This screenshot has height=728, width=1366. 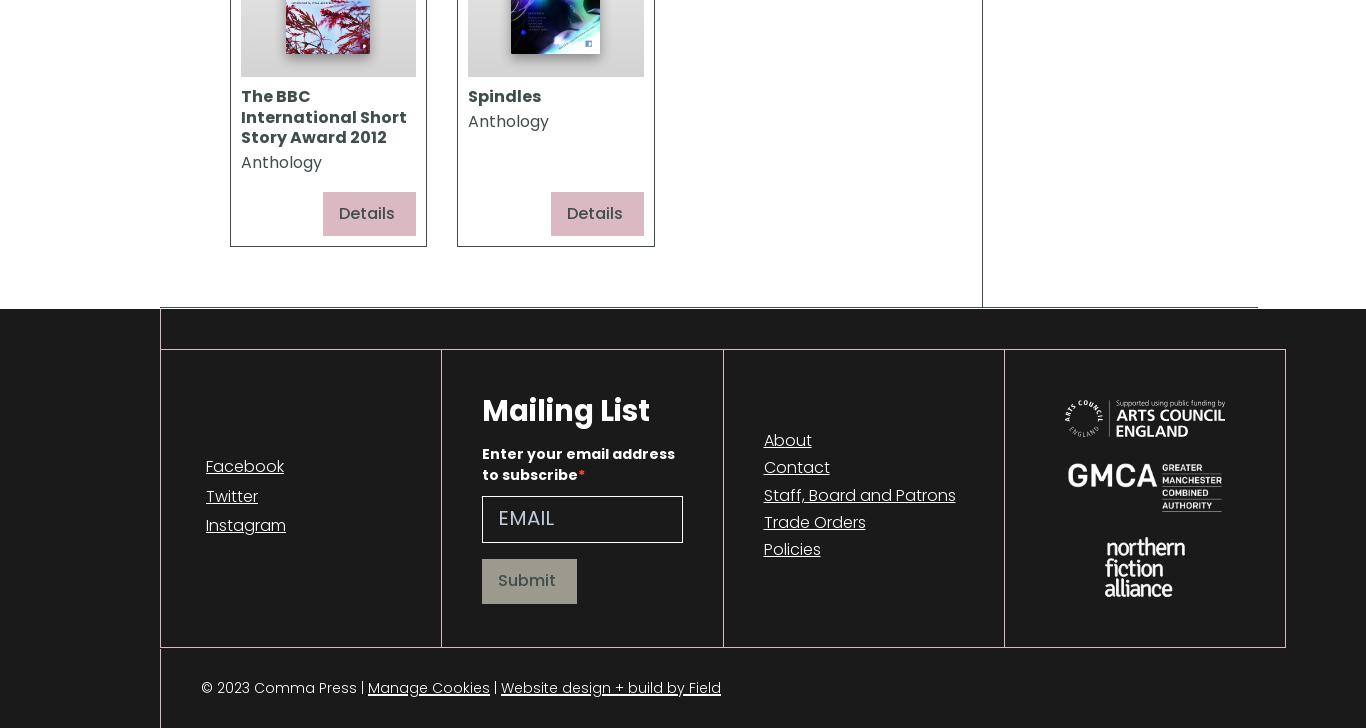 I want to click on 'Staff, Board and Patrons', so click(x=857, y=494).